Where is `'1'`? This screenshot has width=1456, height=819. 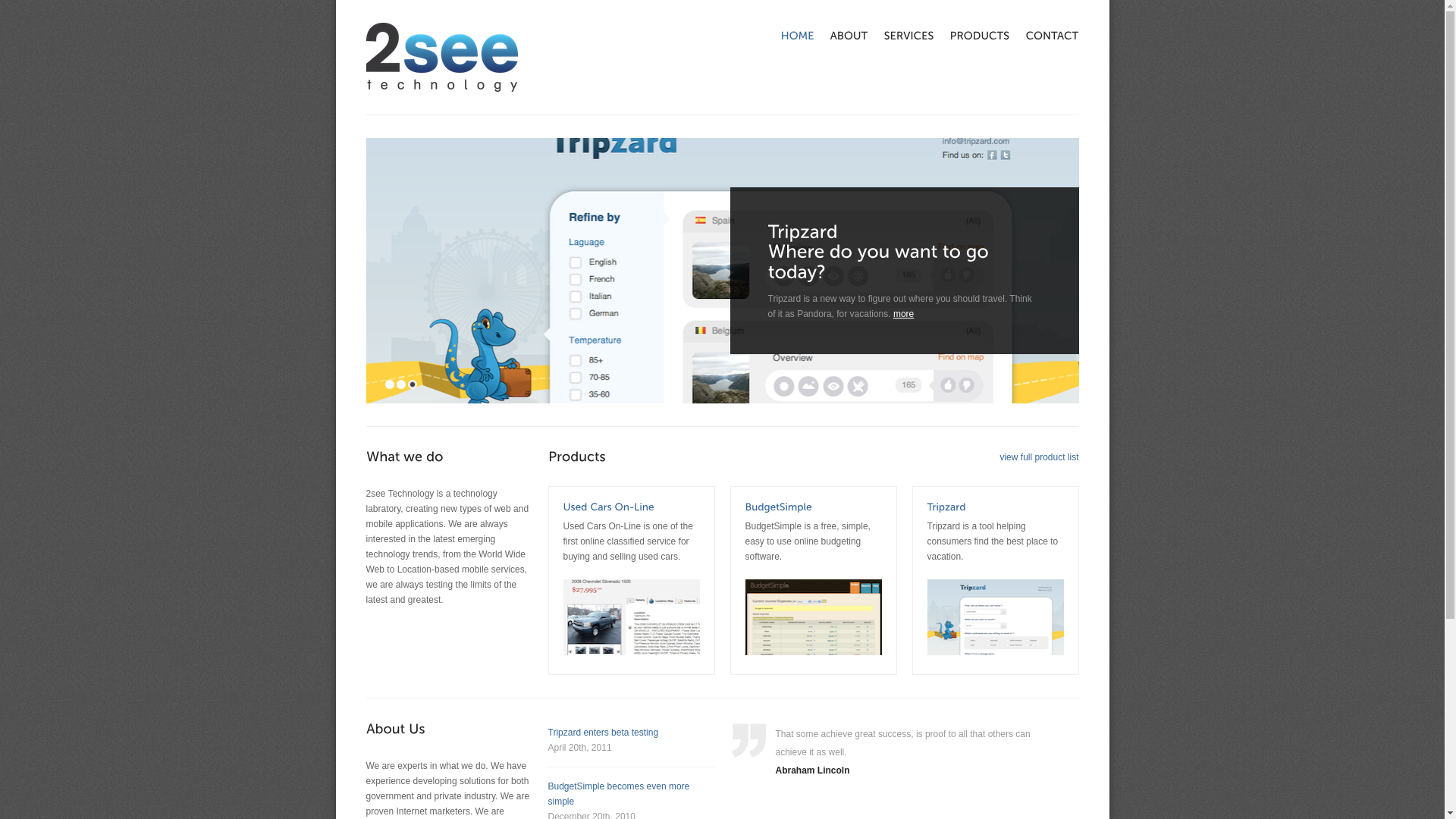
'1' is located at coordinates (389, 383).